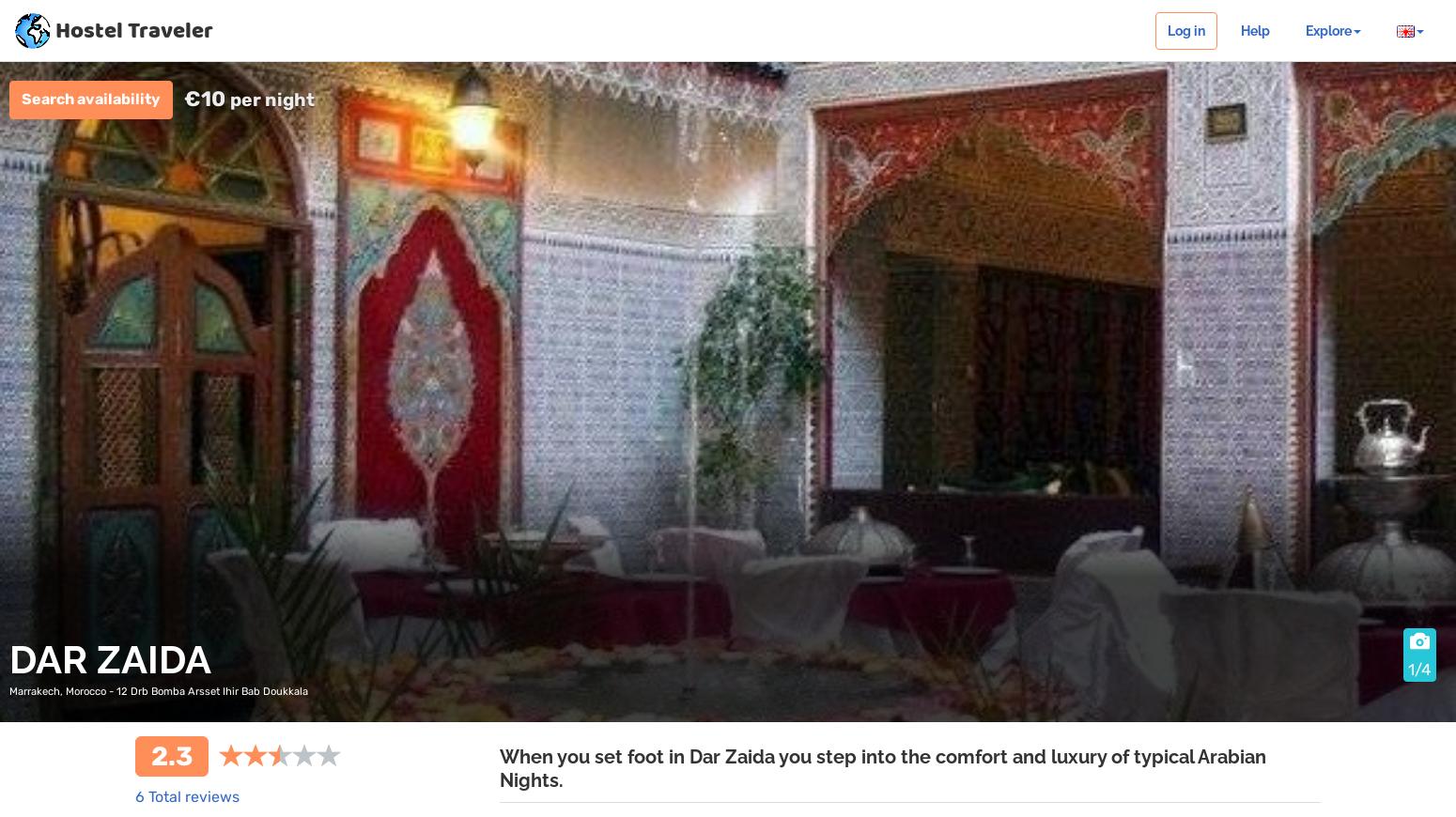  Describe the element at coordinates (186, 795) in the screenshot. I see `'6 Total reviews'` at that location.